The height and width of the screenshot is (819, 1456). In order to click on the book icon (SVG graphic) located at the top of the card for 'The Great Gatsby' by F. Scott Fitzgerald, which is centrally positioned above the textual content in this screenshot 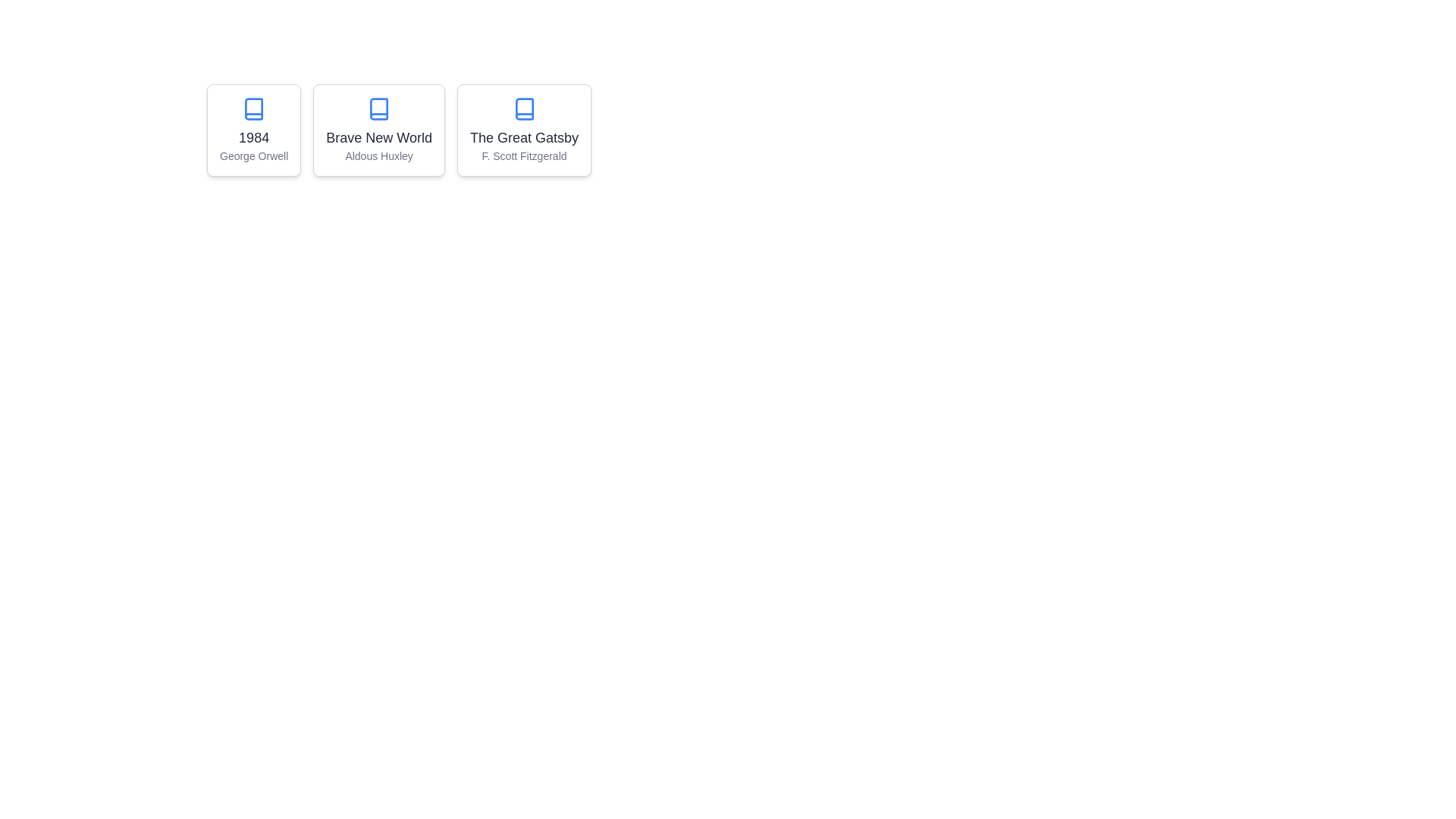, I will do `click(524, 108)`.